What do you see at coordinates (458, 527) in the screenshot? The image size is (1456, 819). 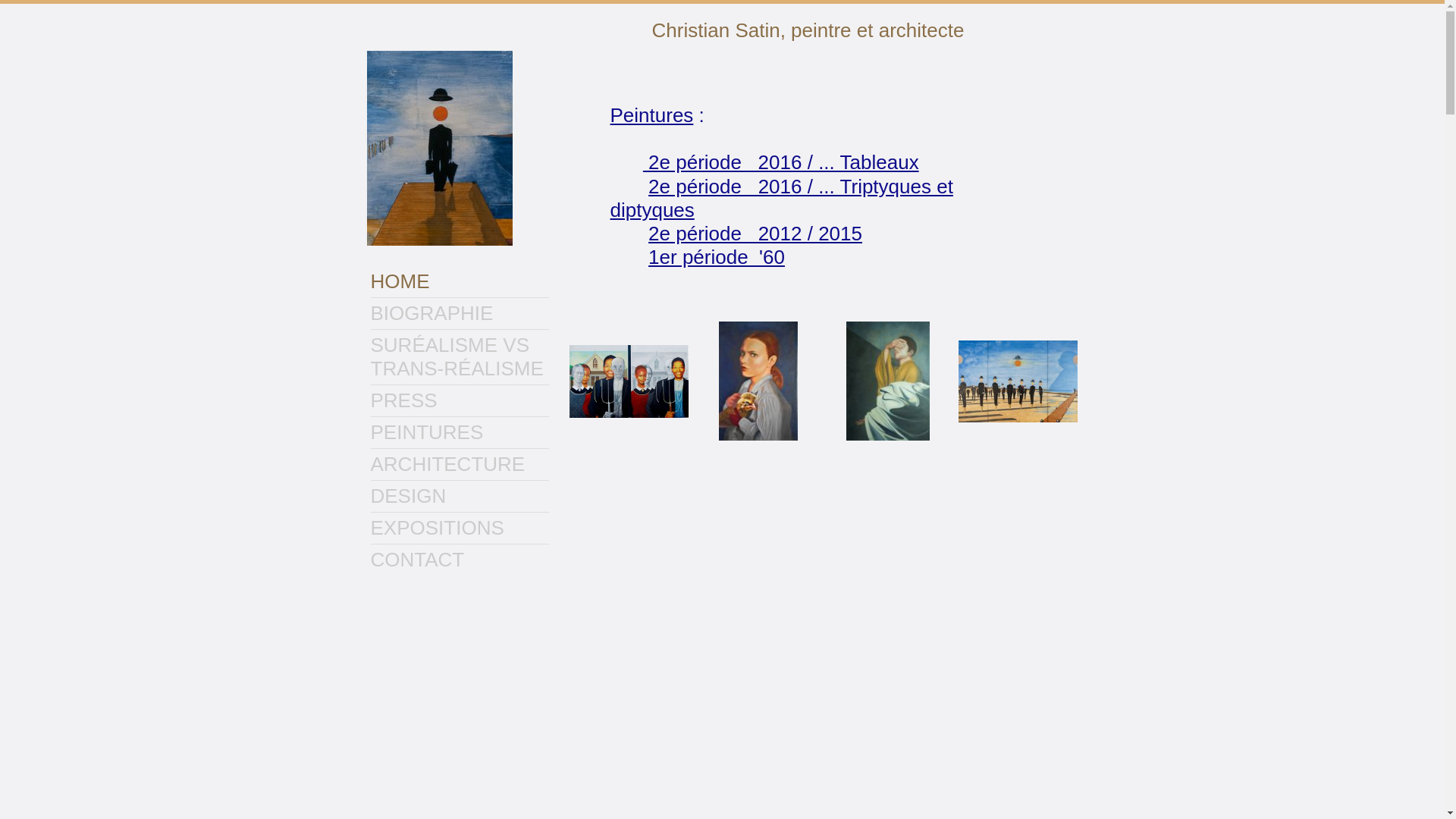 I see `'EXPOSITIONS'` at bounding box center [458, 527].